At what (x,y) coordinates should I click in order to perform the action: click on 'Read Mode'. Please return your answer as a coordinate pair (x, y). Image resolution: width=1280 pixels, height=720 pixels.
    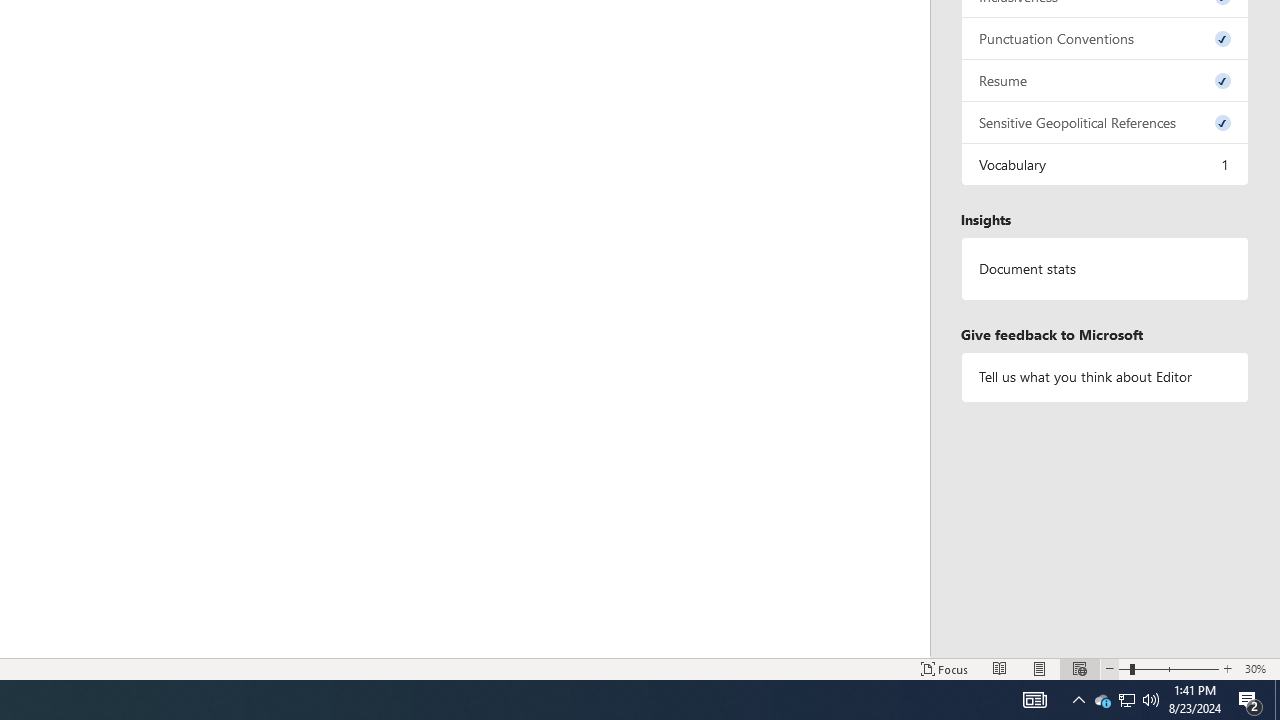
    Looking at the image, I should click on (1000, 669).